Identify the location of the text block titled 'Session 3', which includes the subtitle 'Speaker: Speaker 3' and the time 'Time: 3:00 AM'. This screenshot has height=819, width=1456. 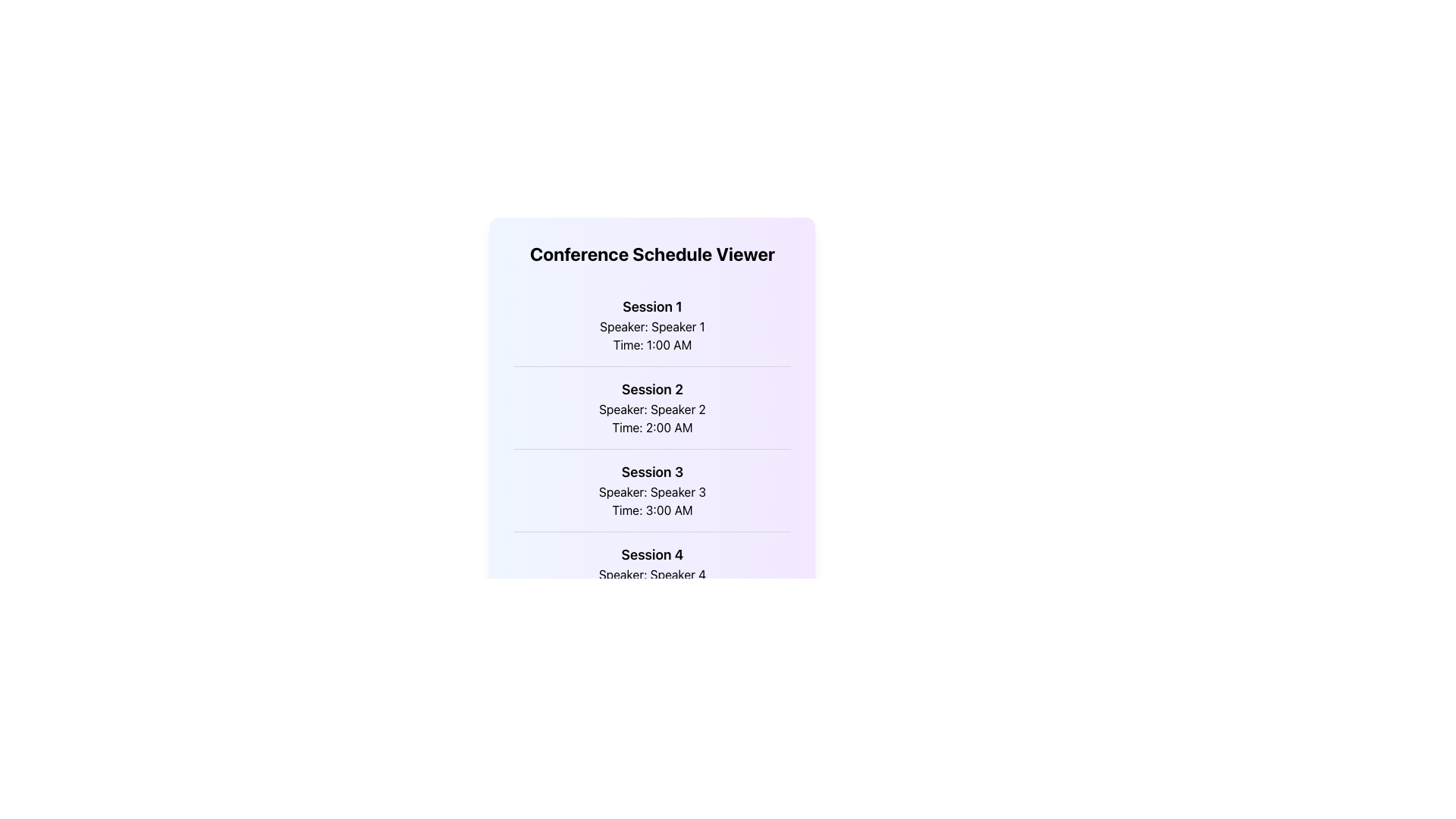
(652, 490).